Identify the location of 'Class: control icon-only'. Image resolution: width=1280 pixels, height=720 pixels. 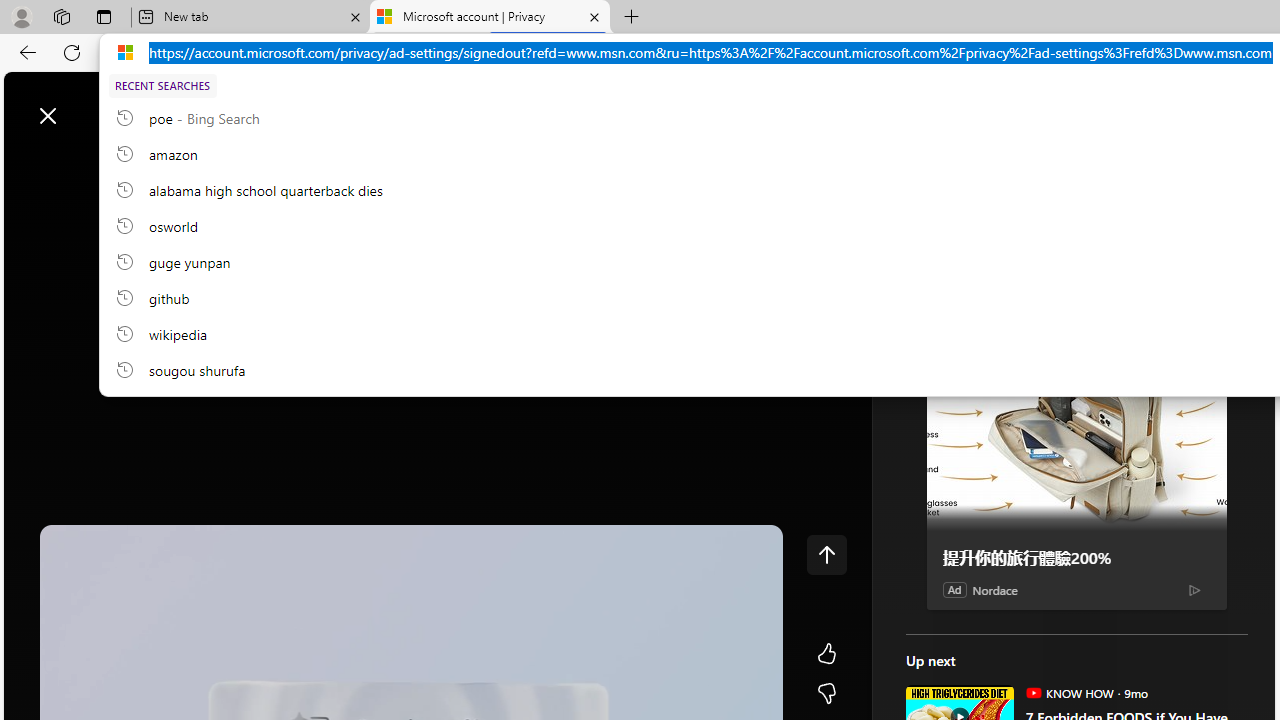
(826, 555).